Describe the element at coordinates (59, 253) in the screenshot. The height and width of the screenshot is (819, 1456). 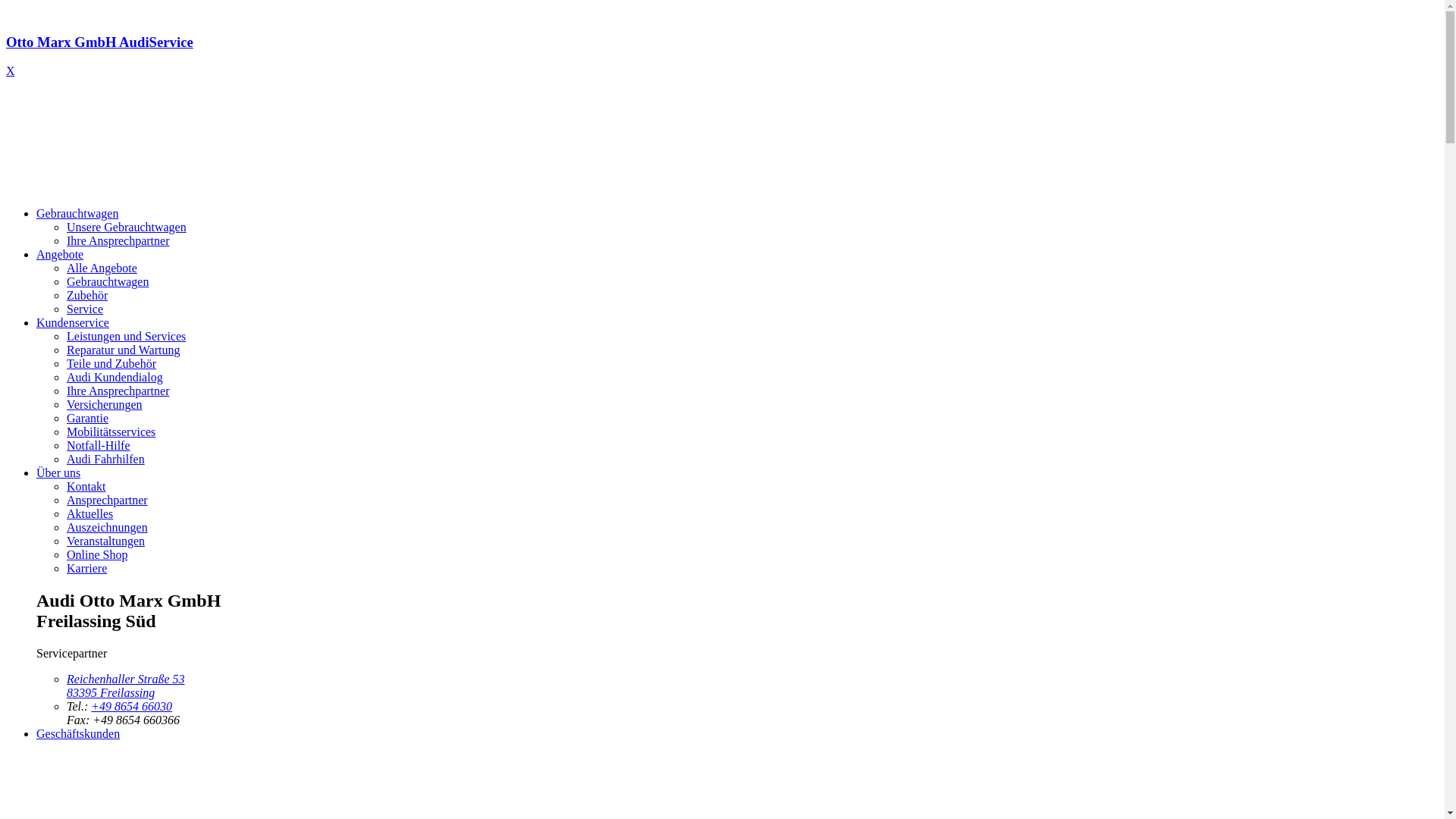
I see `'Angebote'` at that location.